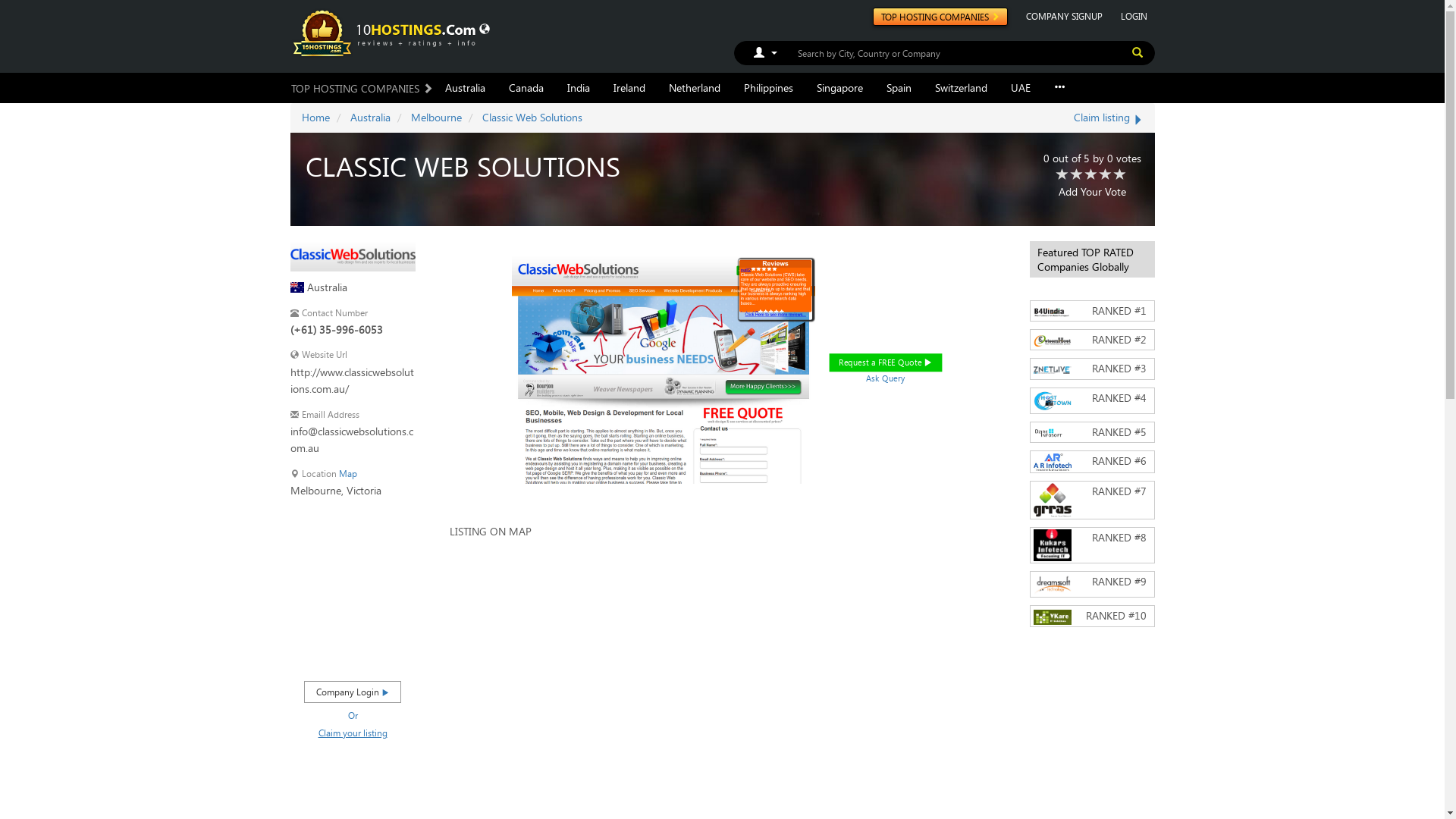 This screenshot has height=819, width=1456. Describe the element at coordinates (899, 366) in the screenshot. I see `'Request a FREE Quote'` at that location.